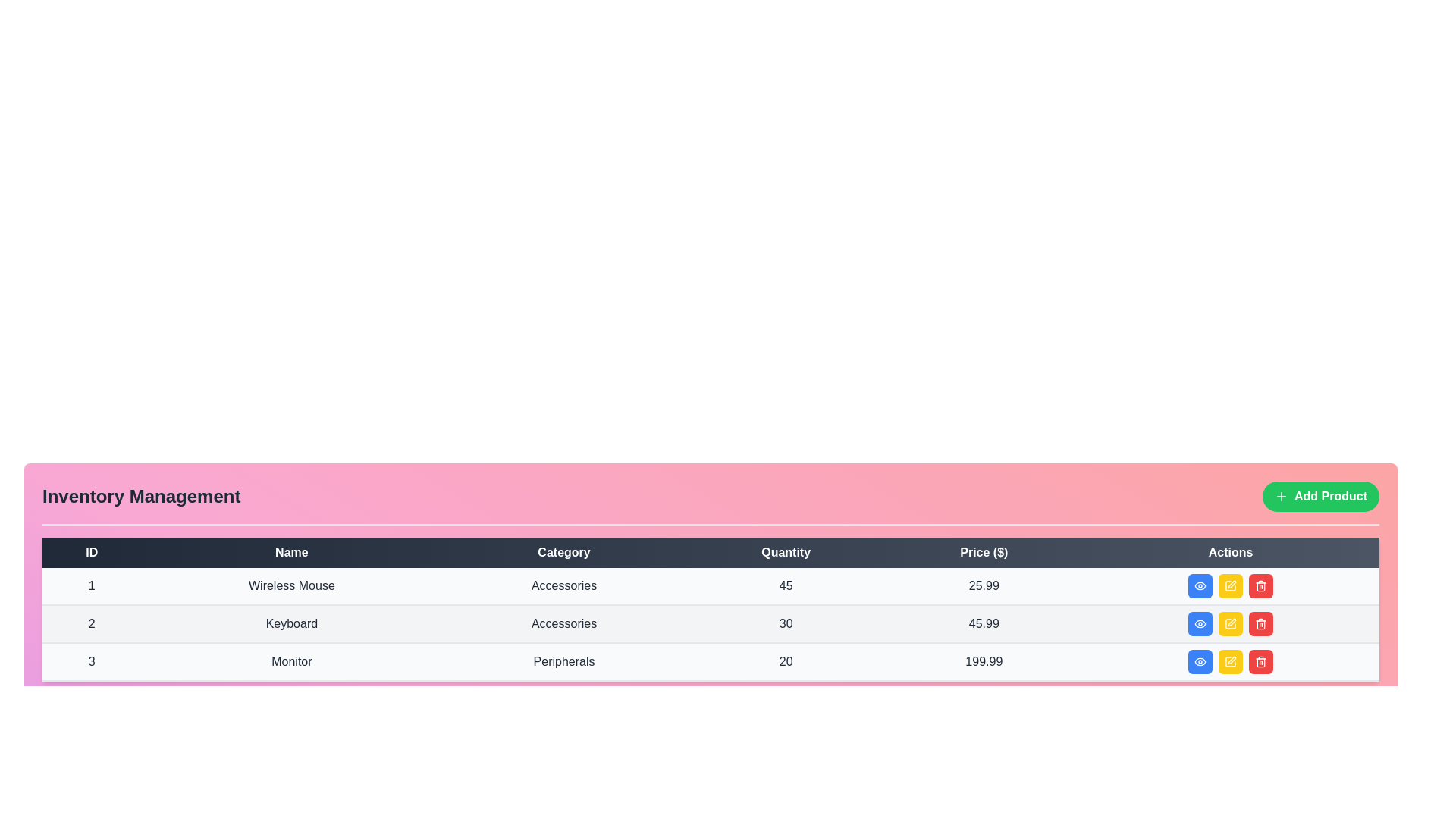  What do you see at coordinates (1231, 661) in the screenshot?
I see `the edit button with a yellow background and white text, which is the middle button in the group of three action buttons located under the 'Actions' column in the third row of the table` at bounding box center [1231, 661].